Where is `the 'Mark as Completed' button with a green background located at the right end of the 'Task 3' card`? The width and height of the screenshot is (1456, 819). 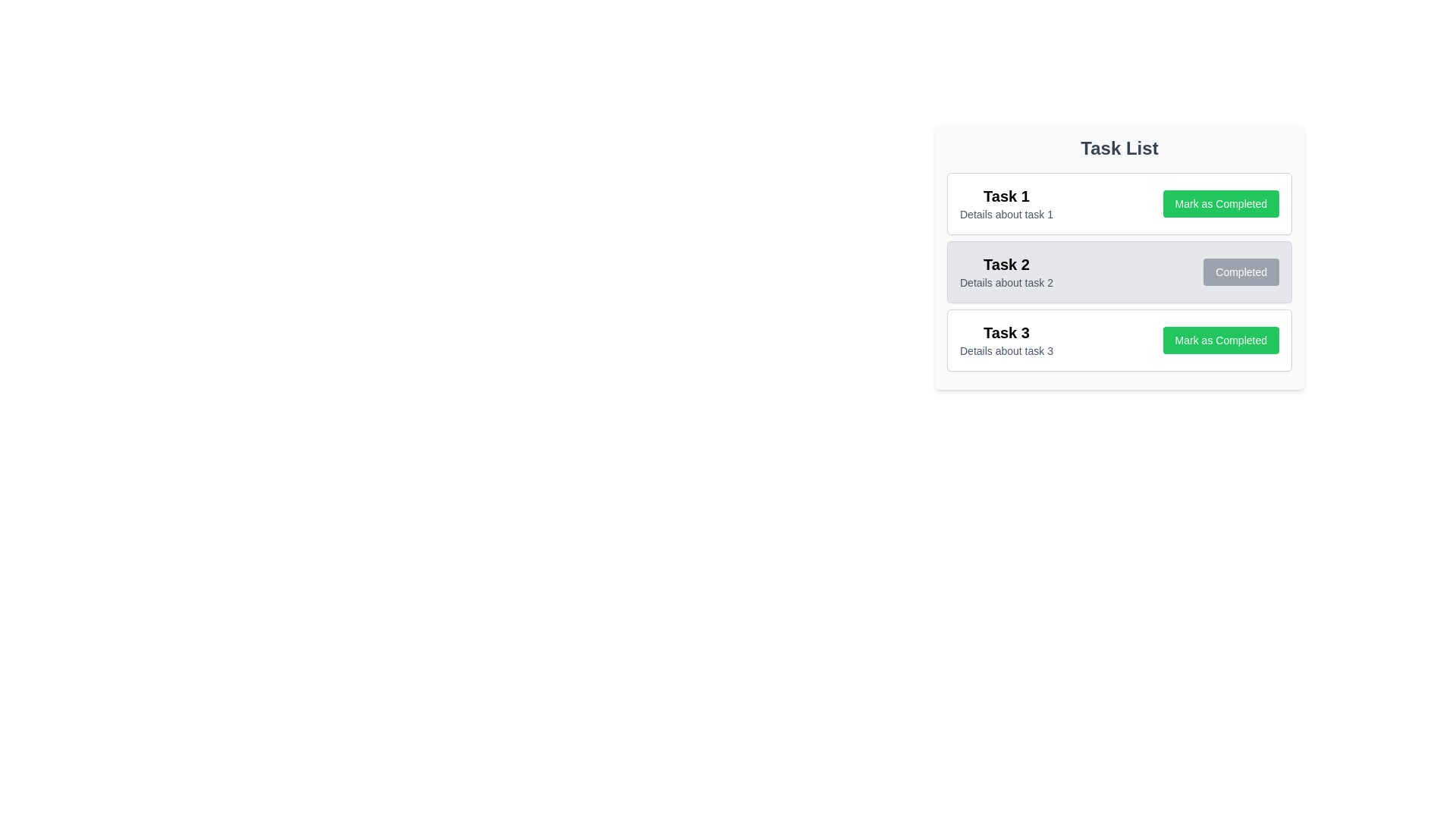
the 'Mark as Completed' button with a green background located at the right end of the 'Task 3' card is located at coordinates (1221, 339).